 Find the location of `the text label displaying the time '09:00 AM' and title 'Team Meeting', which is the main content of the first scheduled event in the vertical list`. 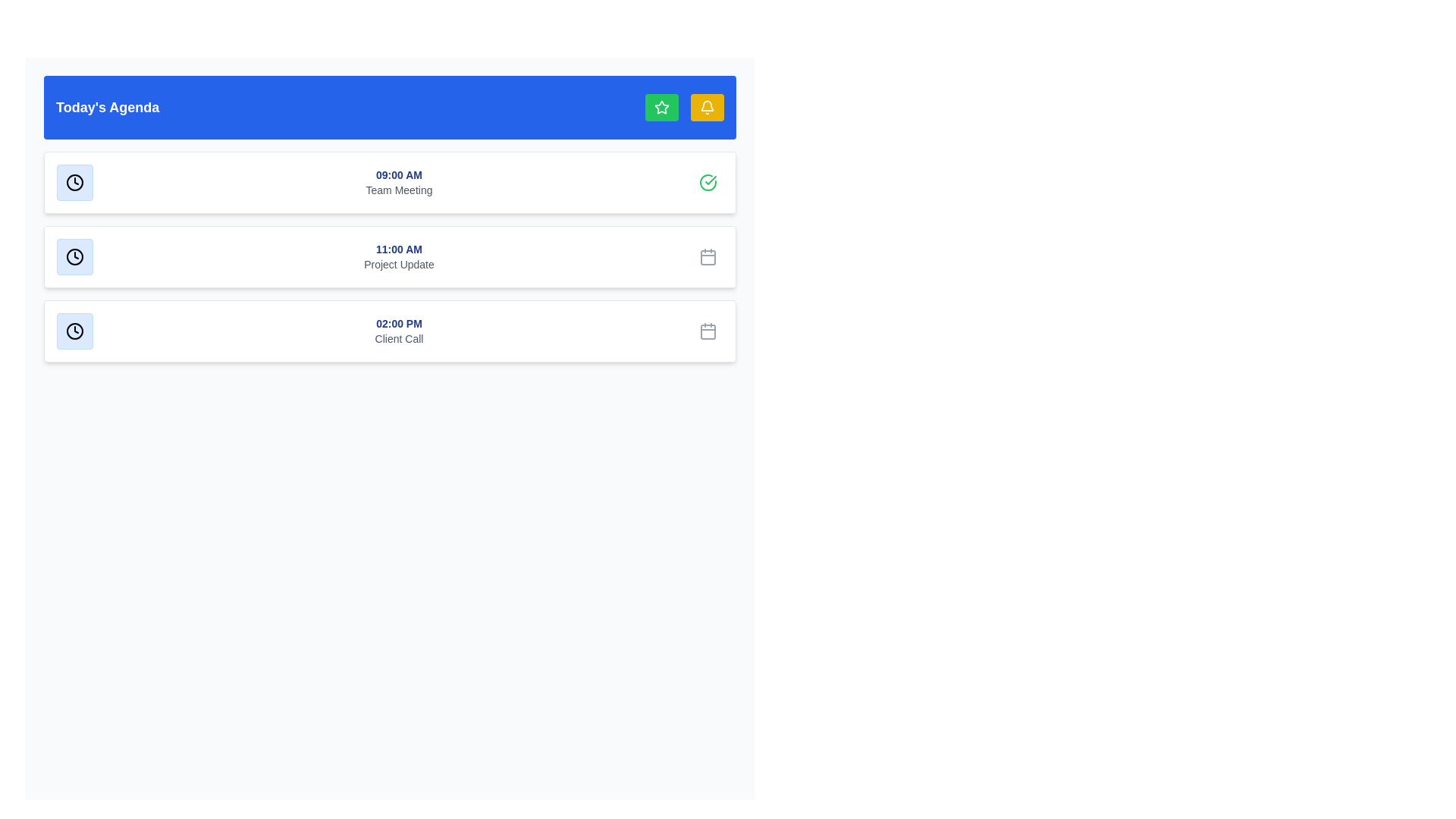

the text label displaying the time '09:00 AM' and title 'Team Meeting', which is the main content of the first scheduled event in the vertical list is located at coordinates (399, 181).